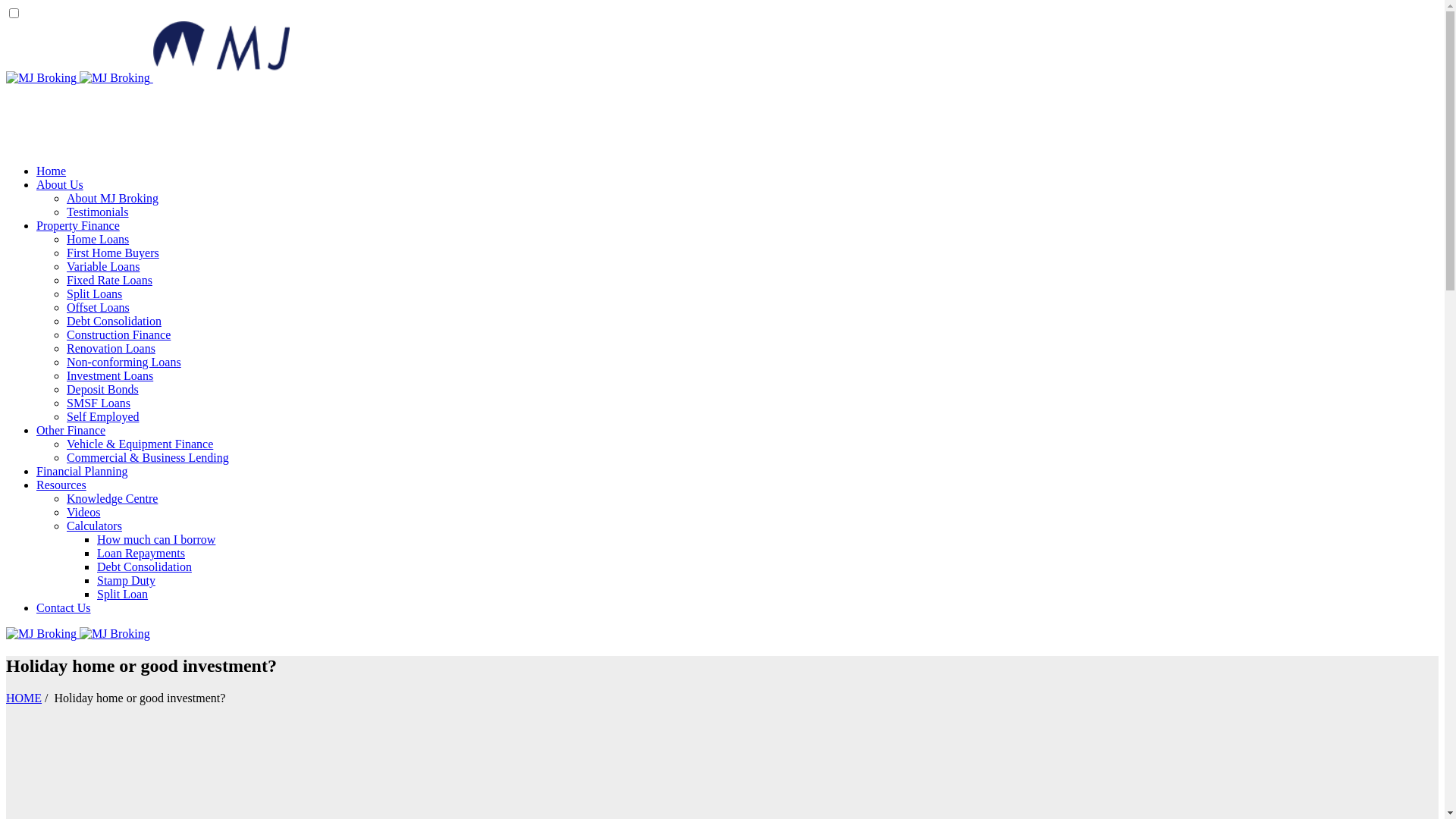  What do you see at coordinates (111, 498) in the screenshot?
I see `'Knowledge Centre'` at bounding box center [111, 498].